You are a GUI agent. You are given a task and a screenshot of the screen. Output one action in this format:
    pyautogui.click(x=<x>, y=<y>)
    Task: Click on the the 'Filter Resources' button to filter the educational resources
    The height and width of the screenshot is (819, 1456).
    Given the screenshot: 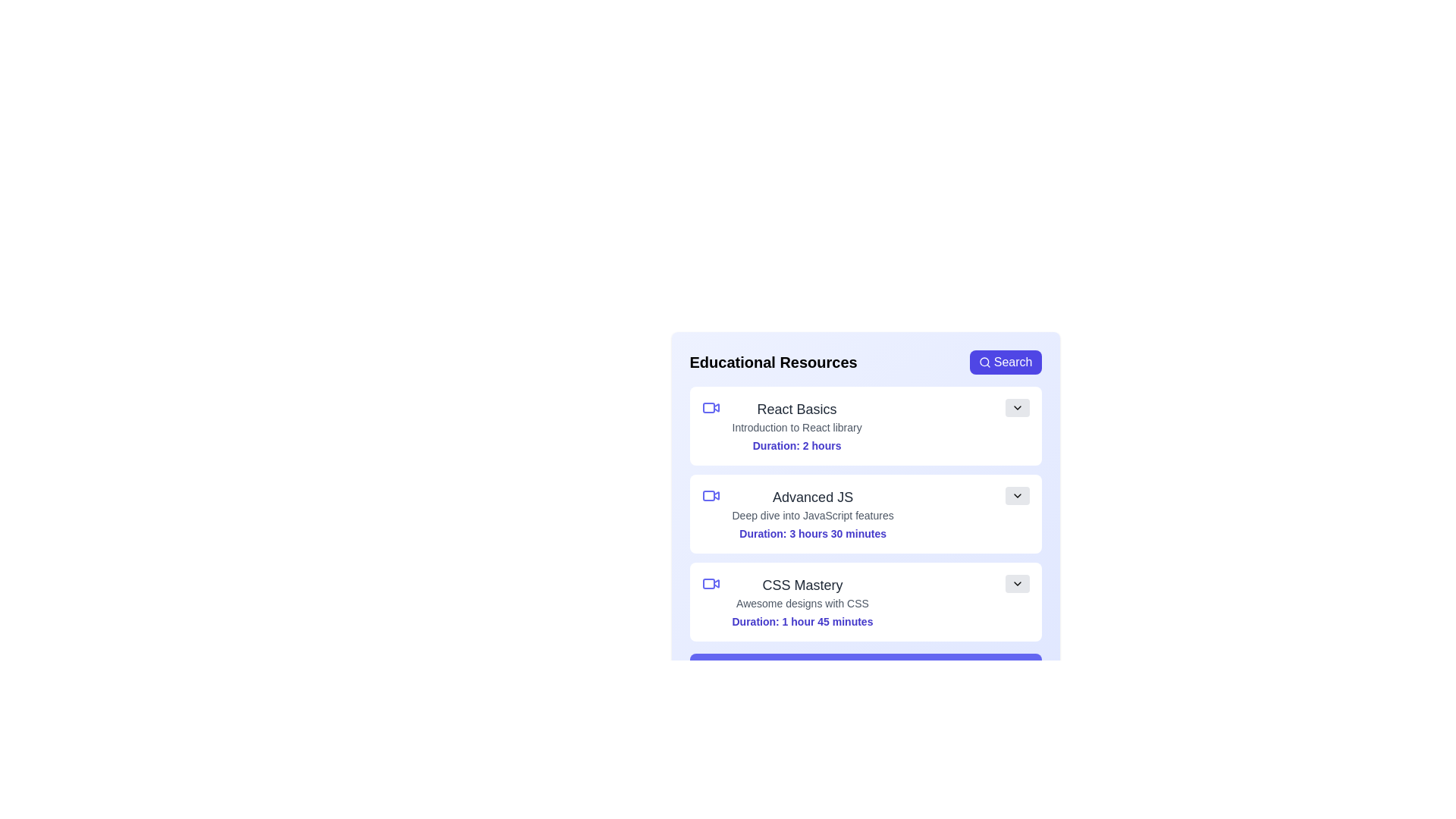 What is the action you would take?
    pyautogui.click(x=865, y=668)
    